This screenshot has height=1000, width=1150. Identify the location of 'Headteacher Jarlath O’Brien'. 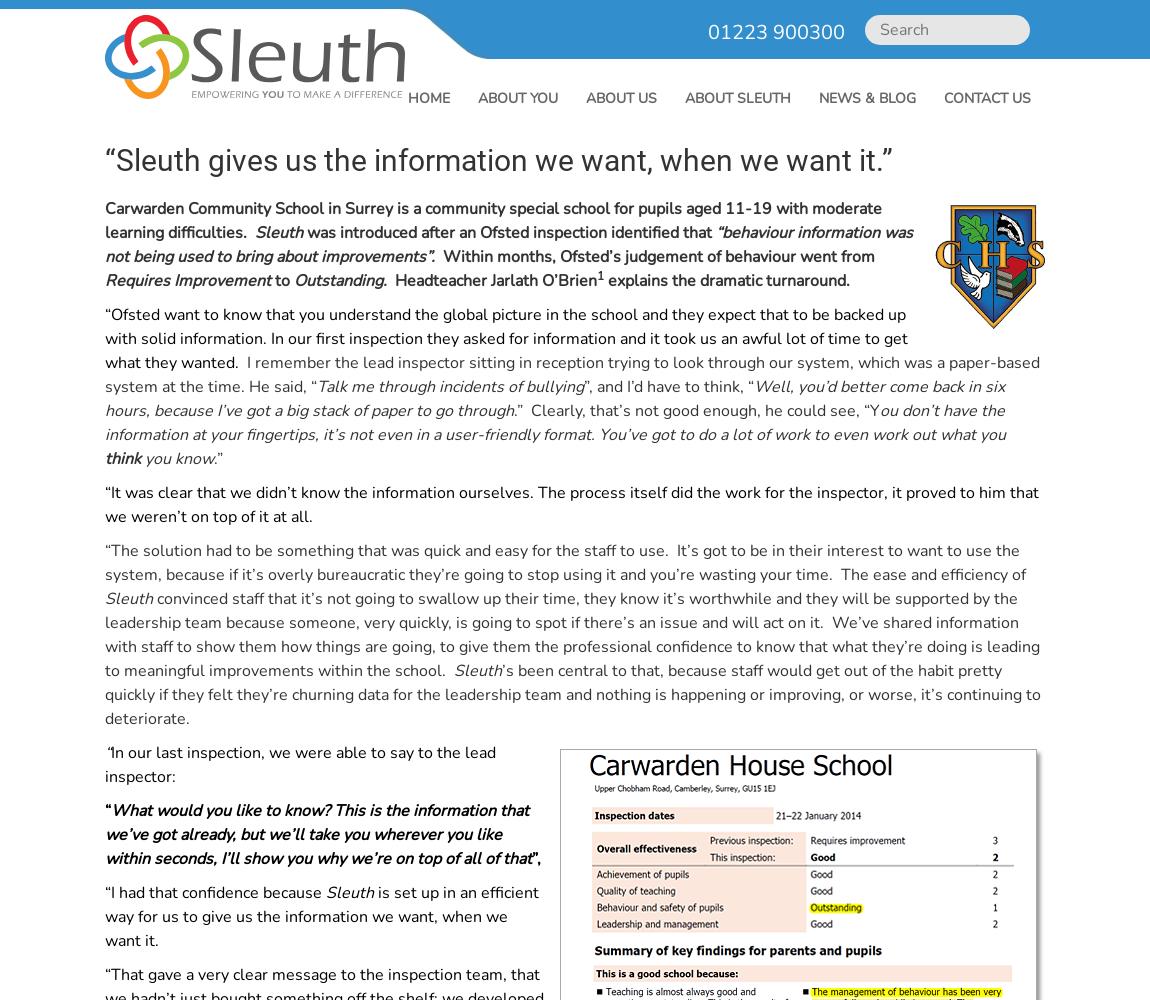
(391, 281).